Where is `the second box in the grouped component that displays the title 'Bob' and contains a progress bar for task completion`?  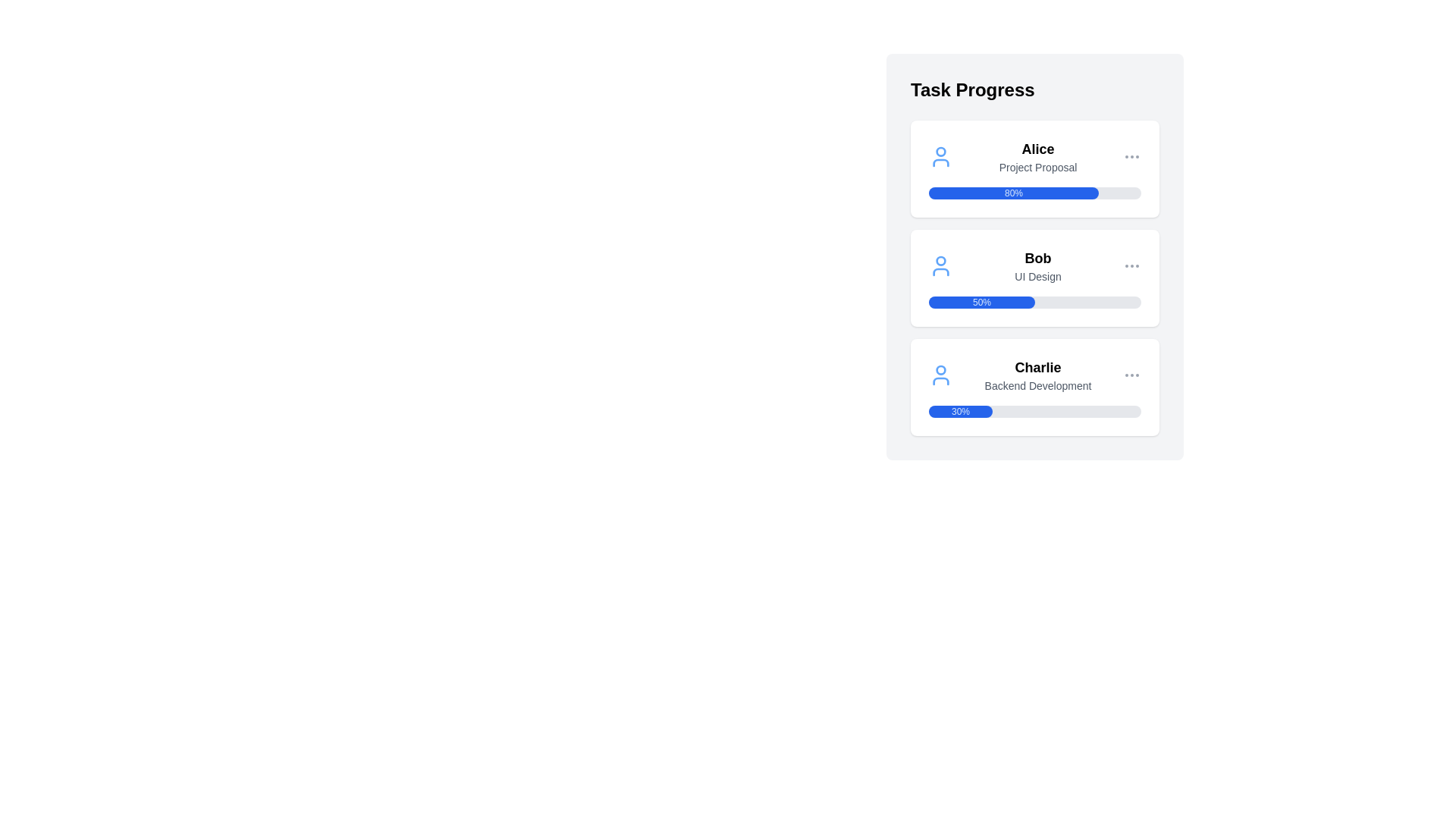
the second box in the grouped component that displays the title 'Bob' and contains a progress bar for task completion is located at coordinates (1034, 278).